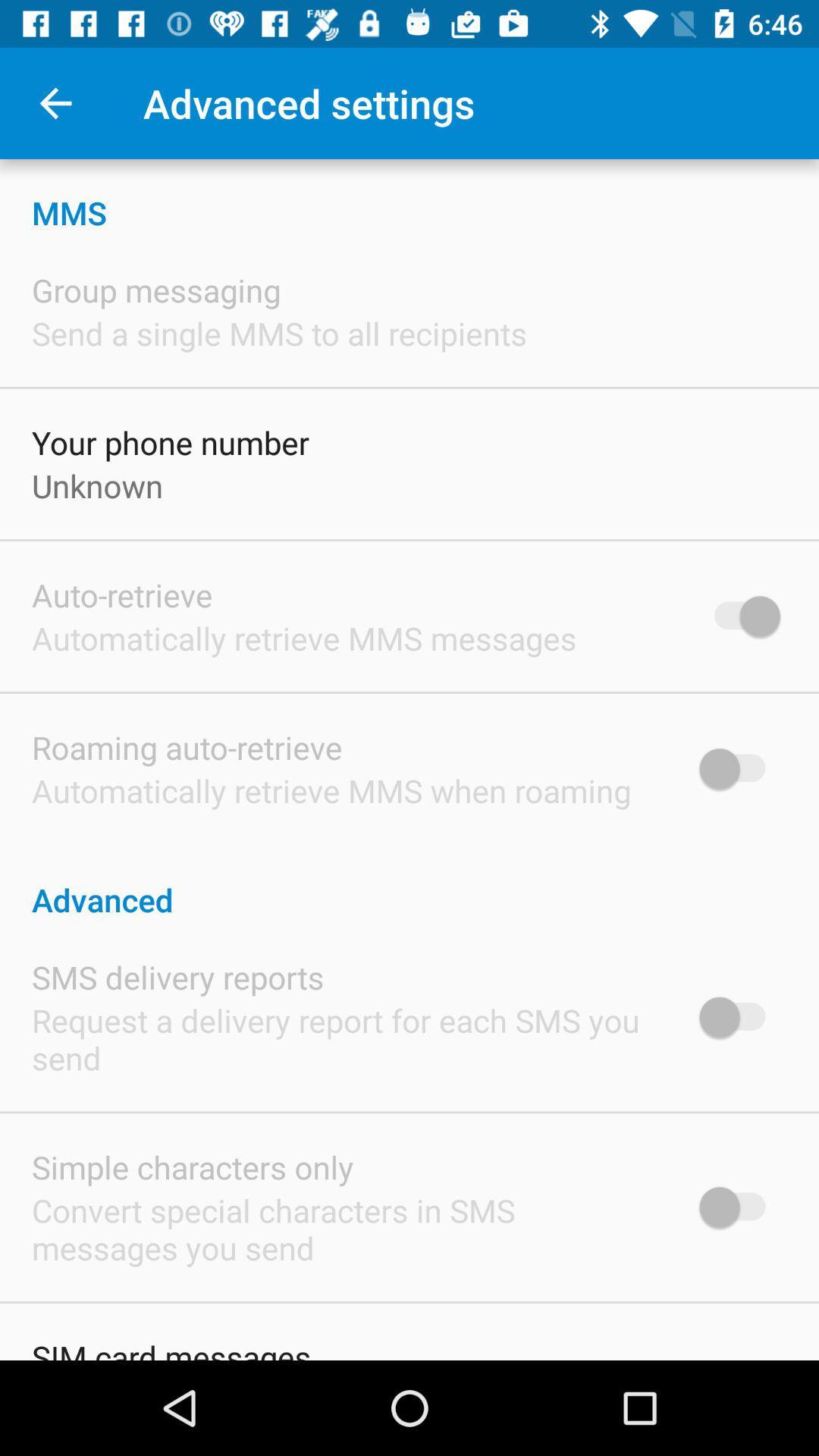 This screenshot has width=819, height=1456. What do you see at coordinates (170, 441) in the screenshot?
I see `the icon above the unknown icon` at bounding box center [170, 441].